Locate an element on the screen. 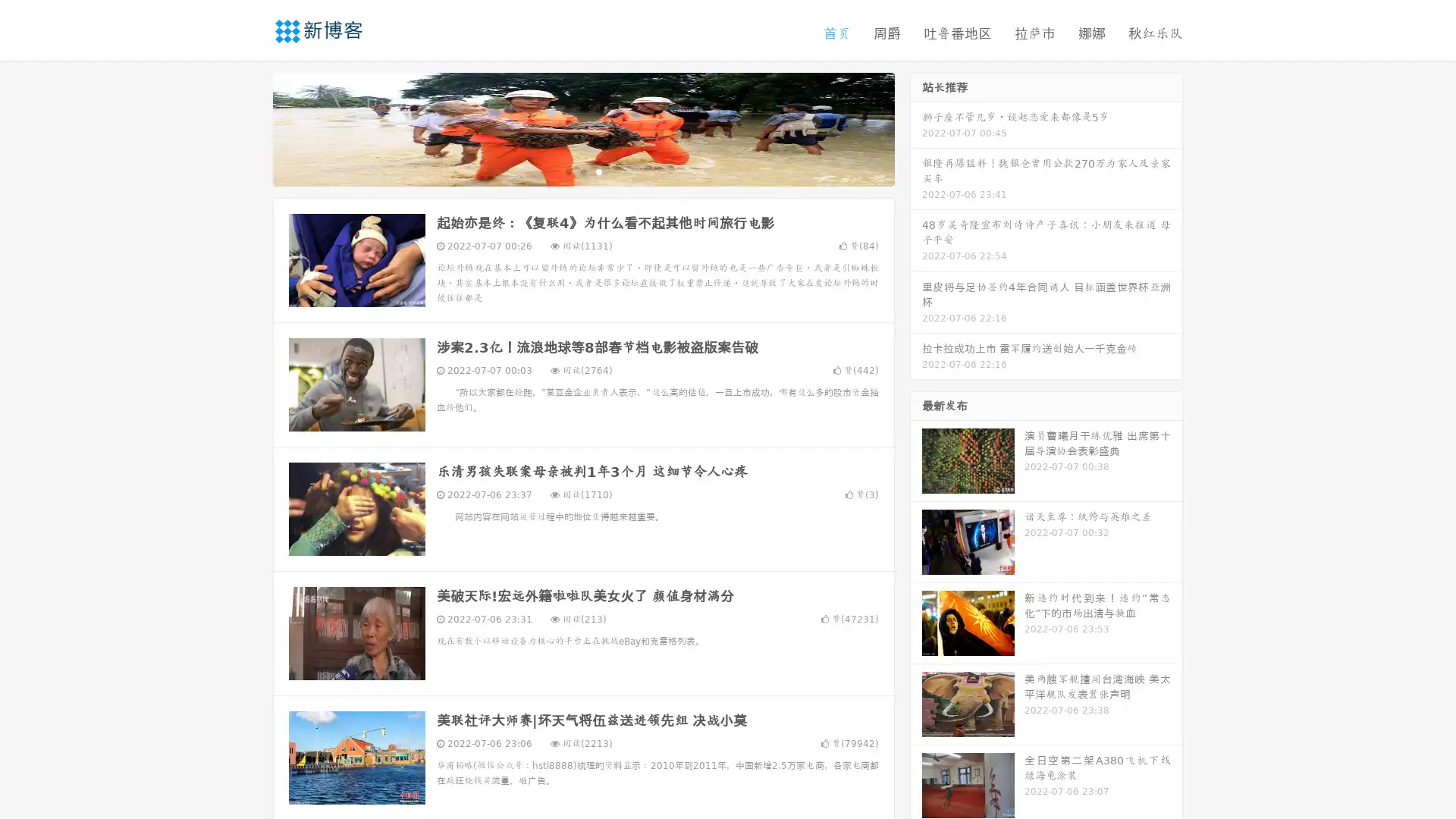 The width and height of the screenshot is (1456, 819). Go to slide 3 is located at coordinates (598, 171).